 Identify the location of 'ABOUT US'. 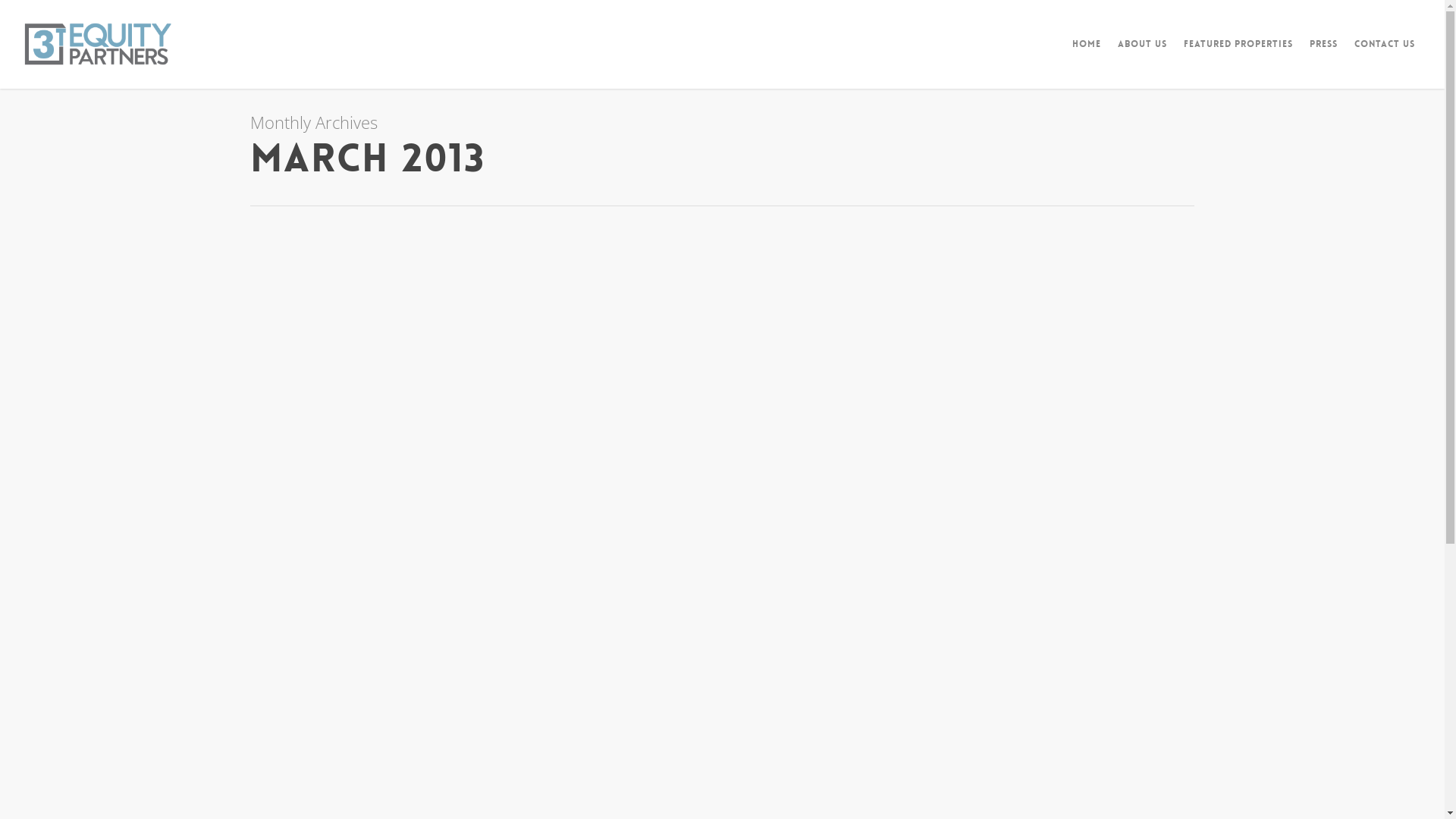
(1110, 54).